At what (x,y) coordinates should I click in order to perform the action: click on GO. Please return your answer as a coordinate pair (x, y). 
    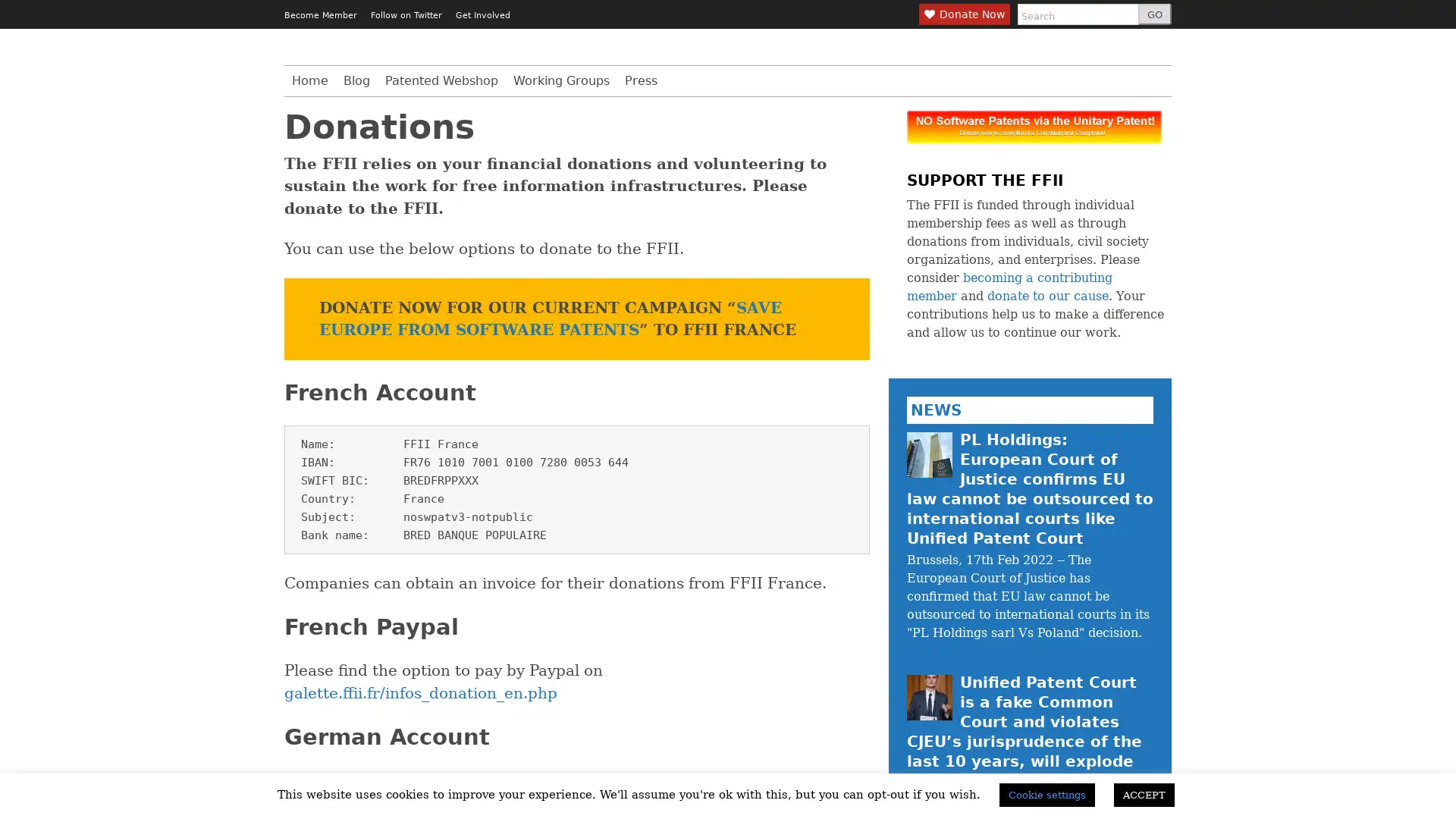
    Looking at the image, I should click on (1153, 14).